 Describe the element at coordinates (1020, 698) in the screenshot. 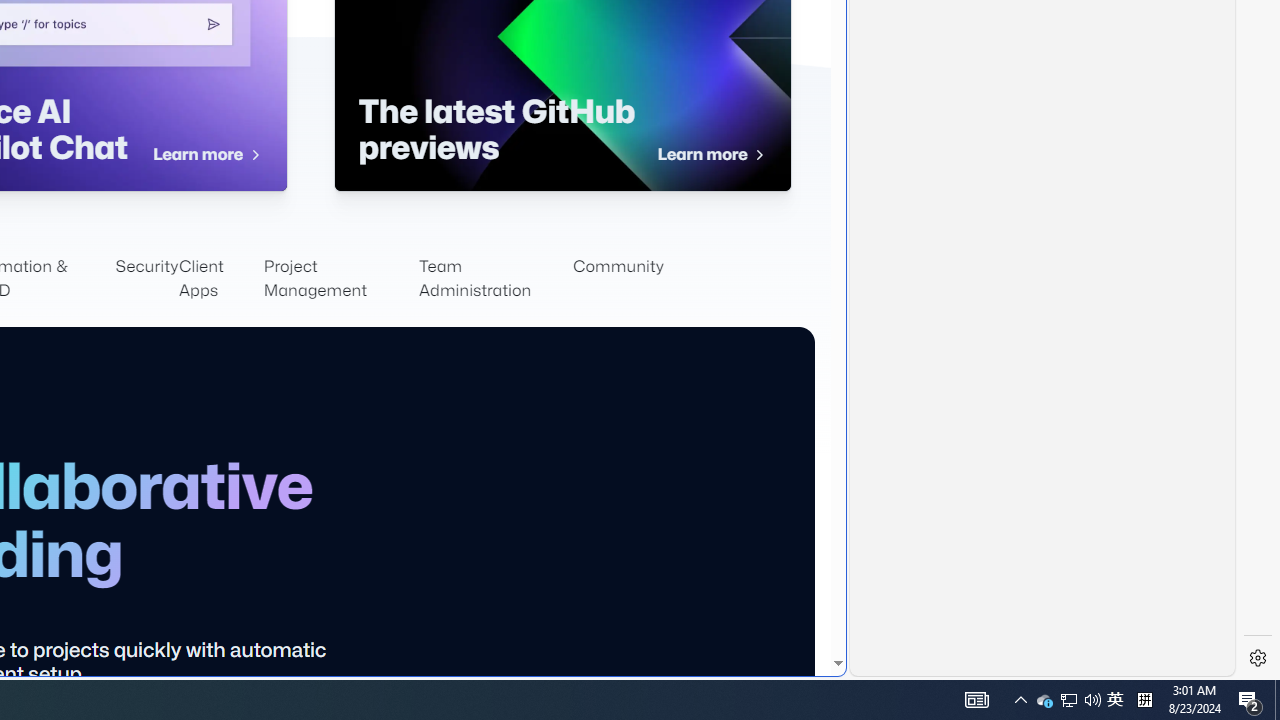

I see `'Notification Chevron'` at that location.